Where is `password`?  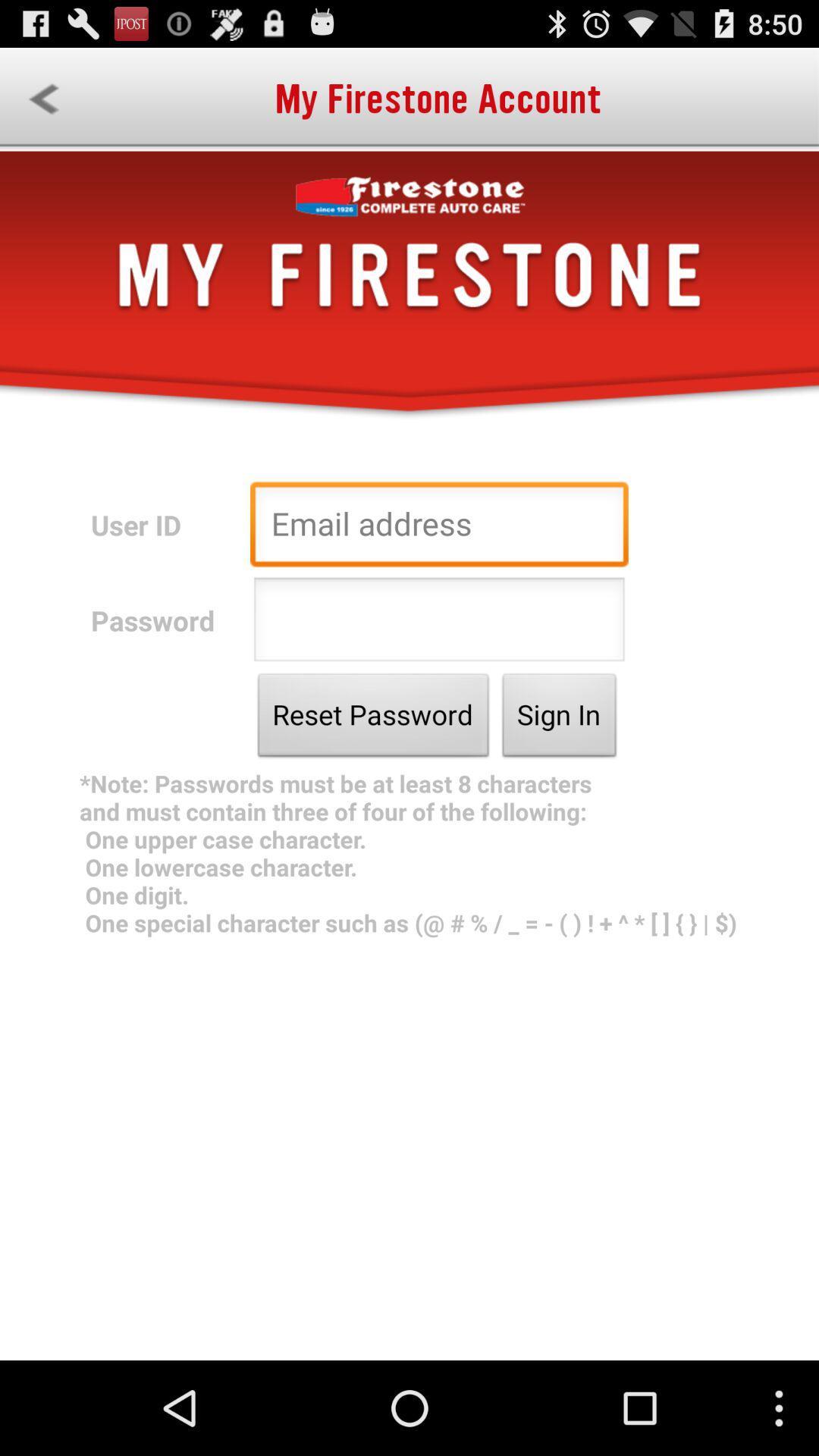
password is located at coordinates (439, 623).